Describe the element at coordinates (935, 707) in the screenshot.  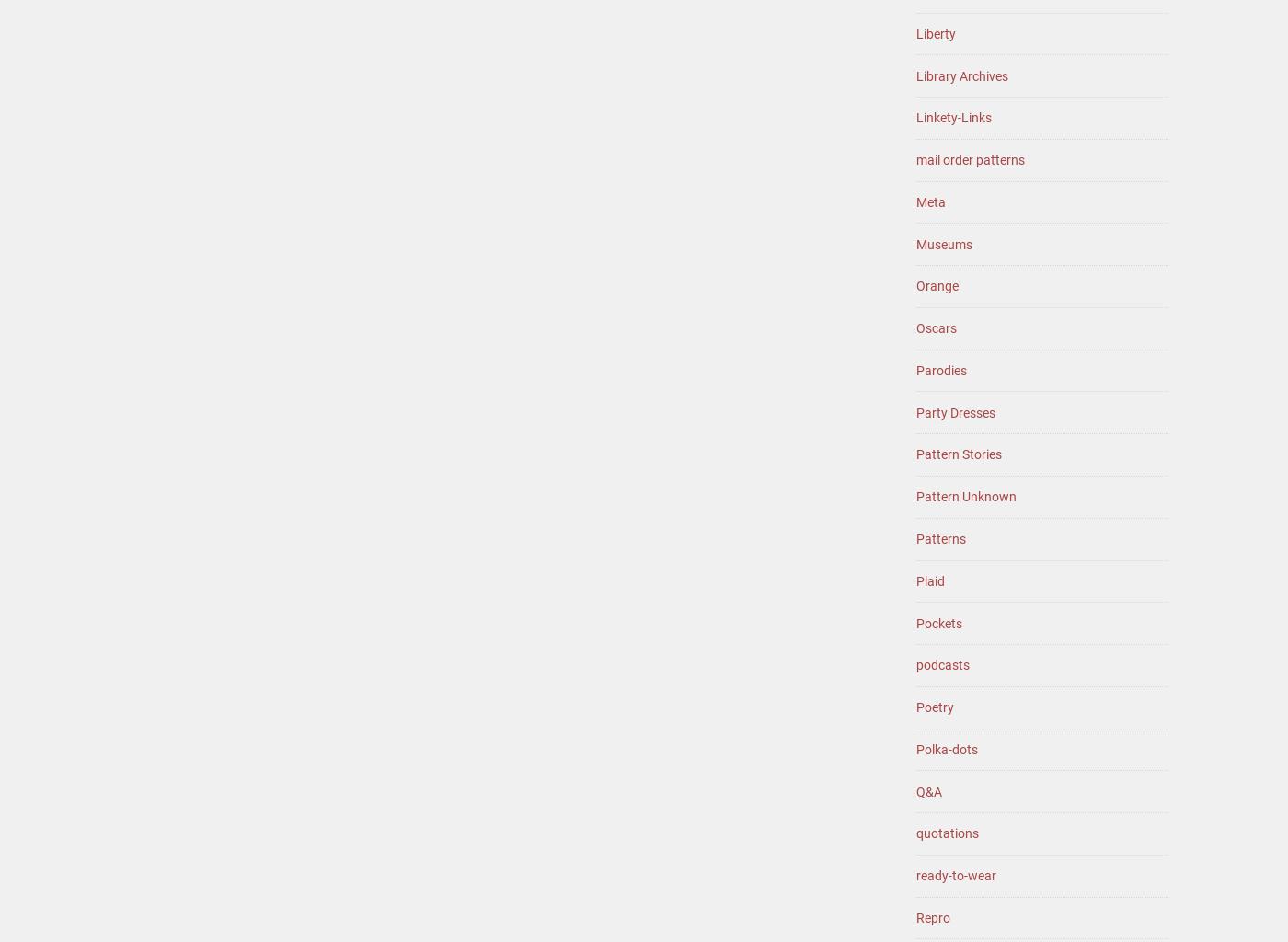
I see `'Poetry'` at that location.